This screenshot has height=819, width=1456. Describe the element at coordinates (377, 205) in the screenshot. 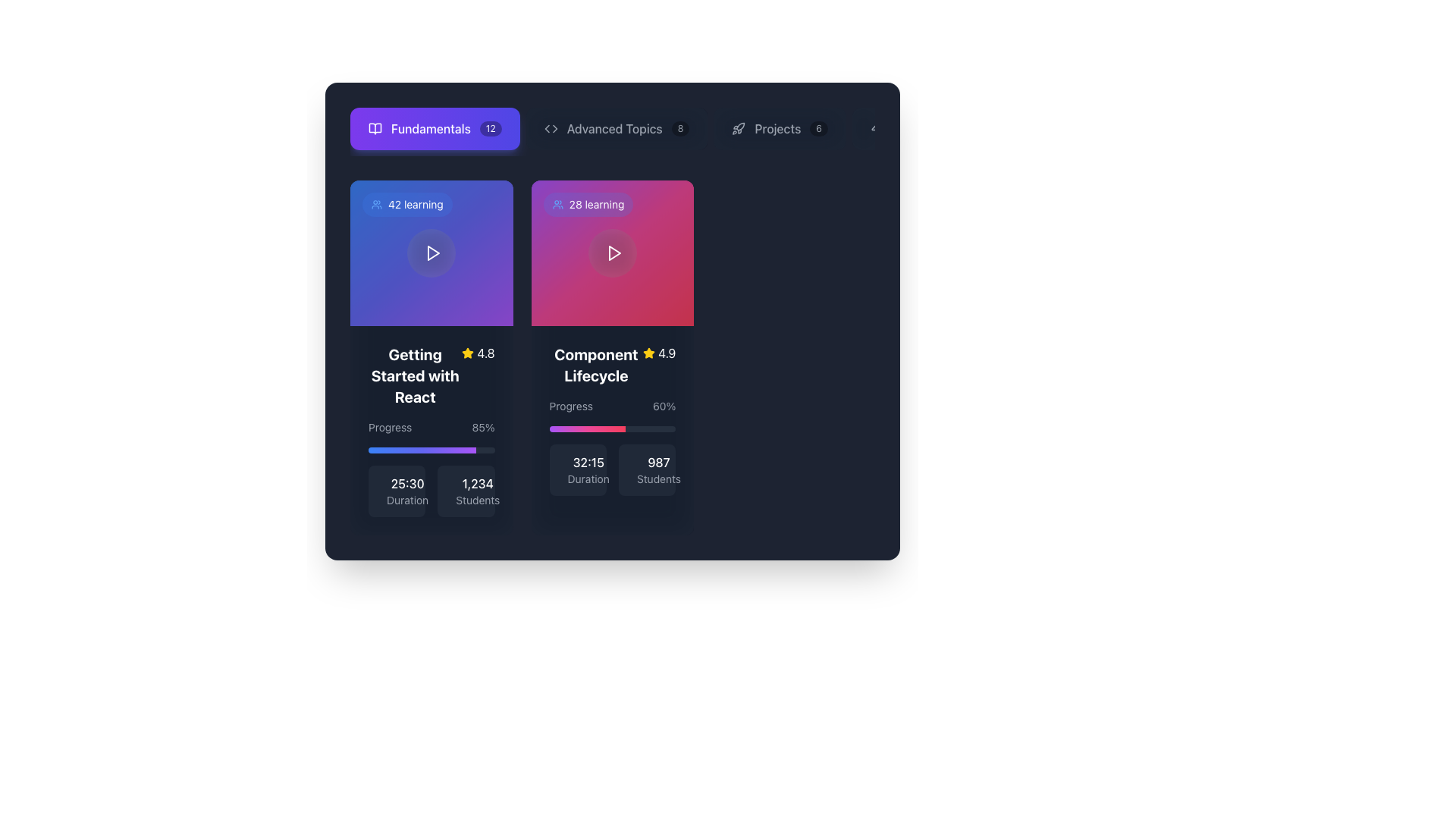

I see `the user group icon located within the '42 learning' badge on the 'Getting Started with React' card, which features rounded outlines of two figures` at that location.